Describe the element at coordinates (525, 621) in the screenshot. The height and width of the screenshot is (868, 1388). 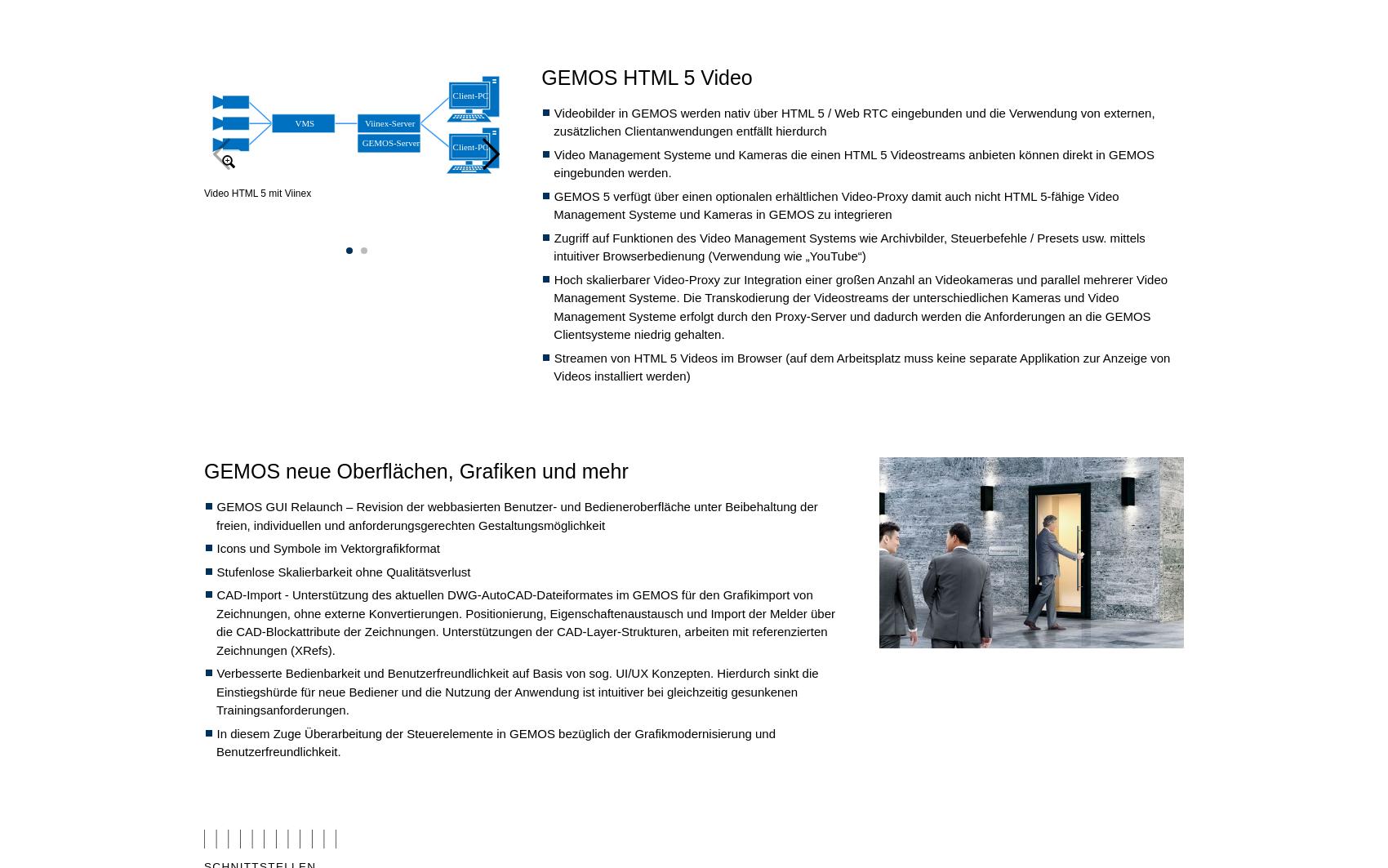
I see `'CAD-Import - Unterstützung des aktuellen DWG-AutoCAD-Dateiformates im GEMOS für den Grafikimport von Zeichnungen, ohne externe Konvertierungen. Positionierung, Eigenschaftenaustausch und Import der Melder über die CAD-Blockattribute der Zeichnungen. Unterstützungen der CAD-Layer-Strukturen, arbeiten mit referenzierten Zeichnungen (XRefs).'` at that location.